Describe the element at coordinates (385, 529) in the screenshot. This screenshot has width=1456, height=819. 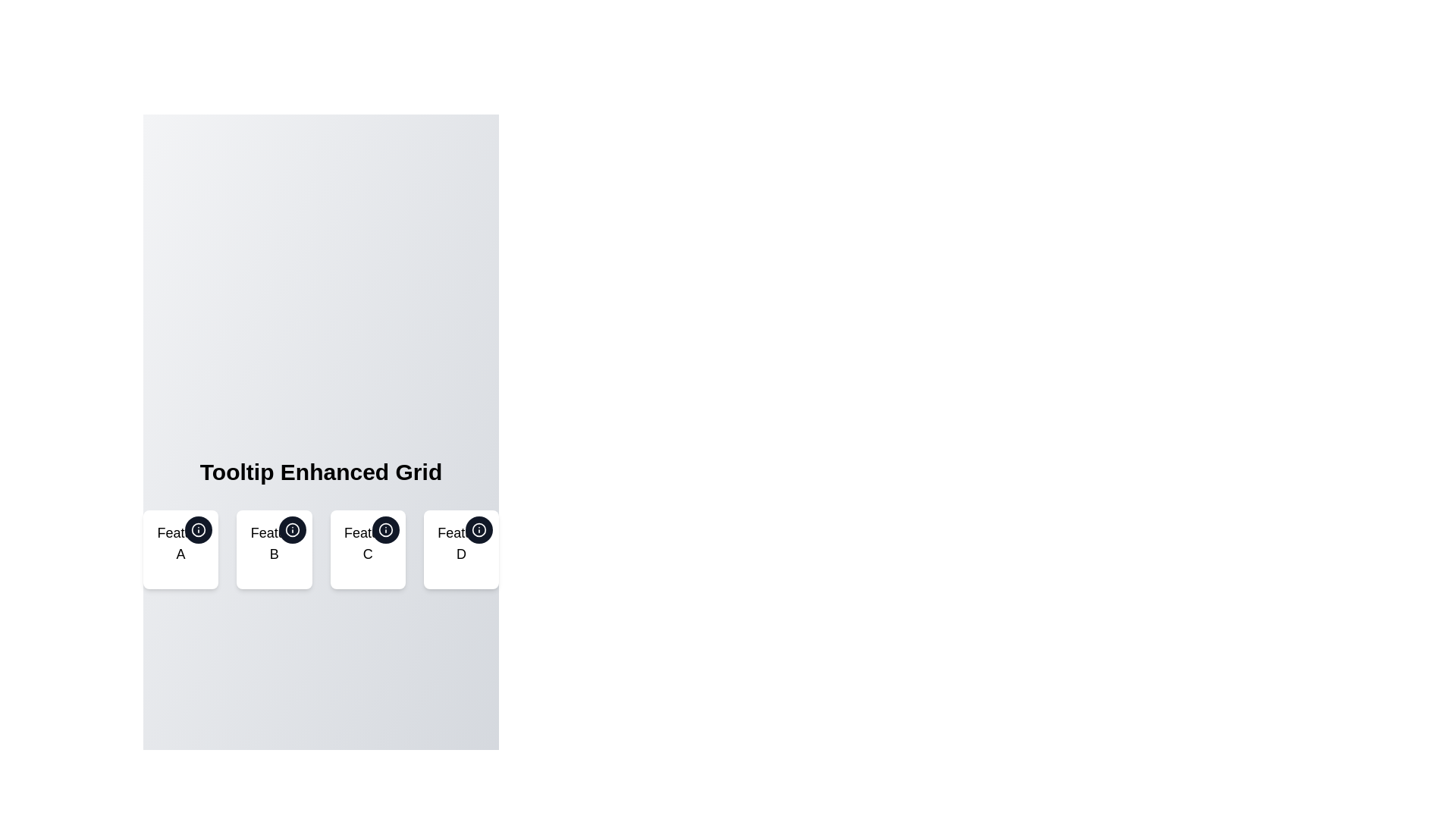
I see `the circular button with a dark background and white tooltip icon located at the top-right corner of the card labeled 'Feature C'` at that location.